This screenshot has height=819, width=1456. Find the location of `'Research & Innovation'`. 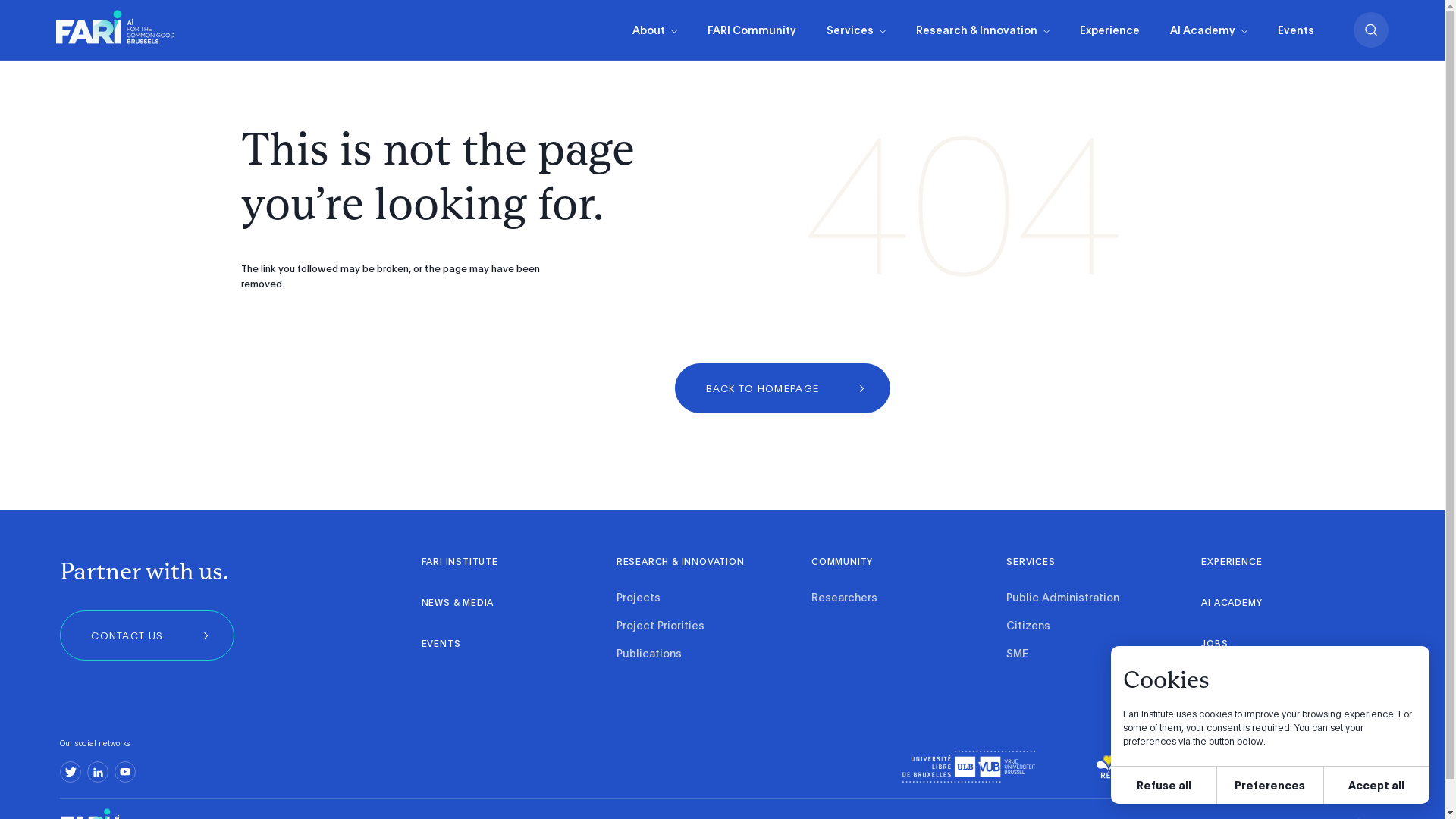

'Research & Innovation' is located at coordinates (983, 30).